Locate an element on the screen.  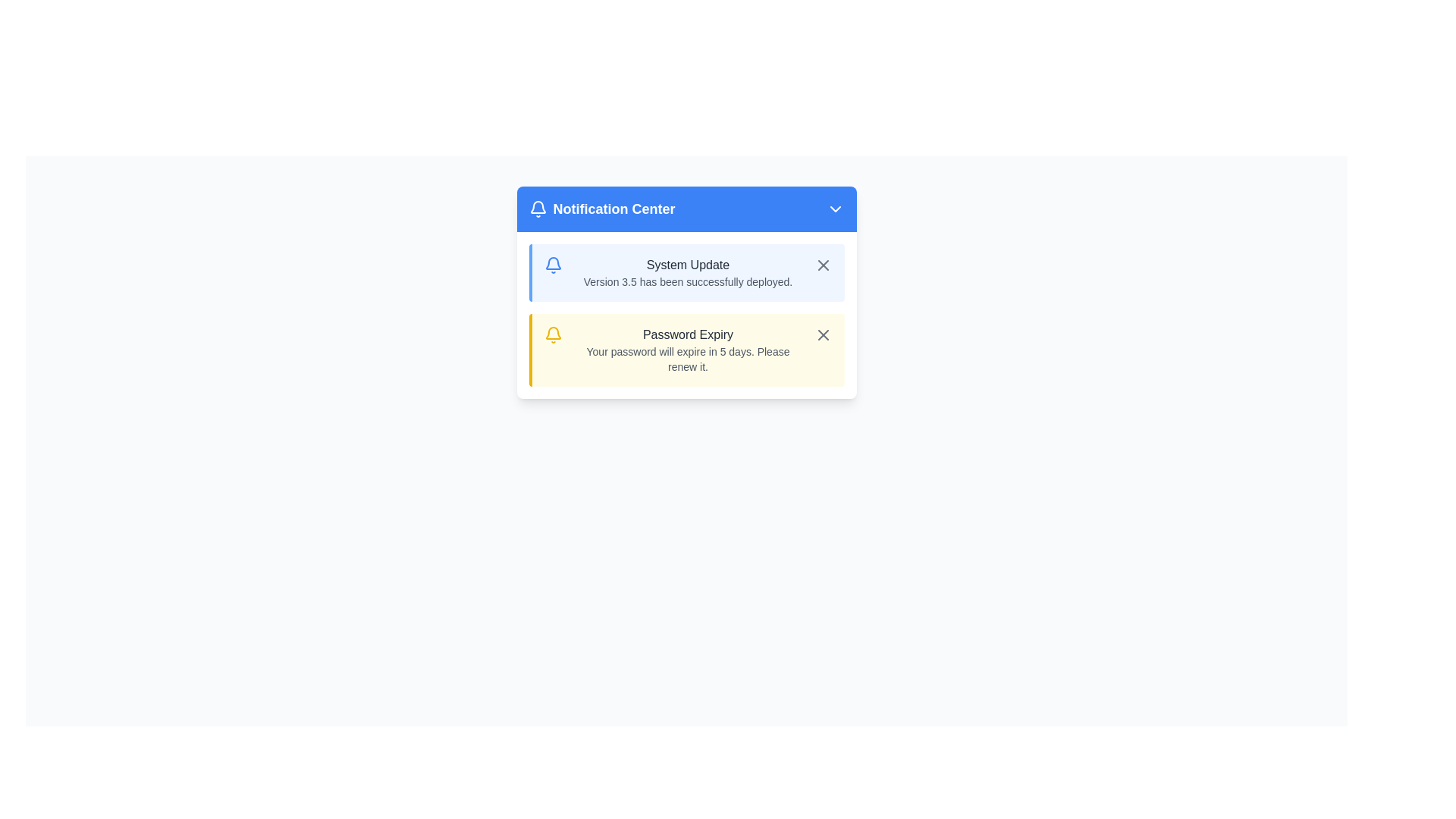
the small downward-pointing chevron icon on the right side of the 'Notification Center' blue header bar is located at coordinates (834, 209).